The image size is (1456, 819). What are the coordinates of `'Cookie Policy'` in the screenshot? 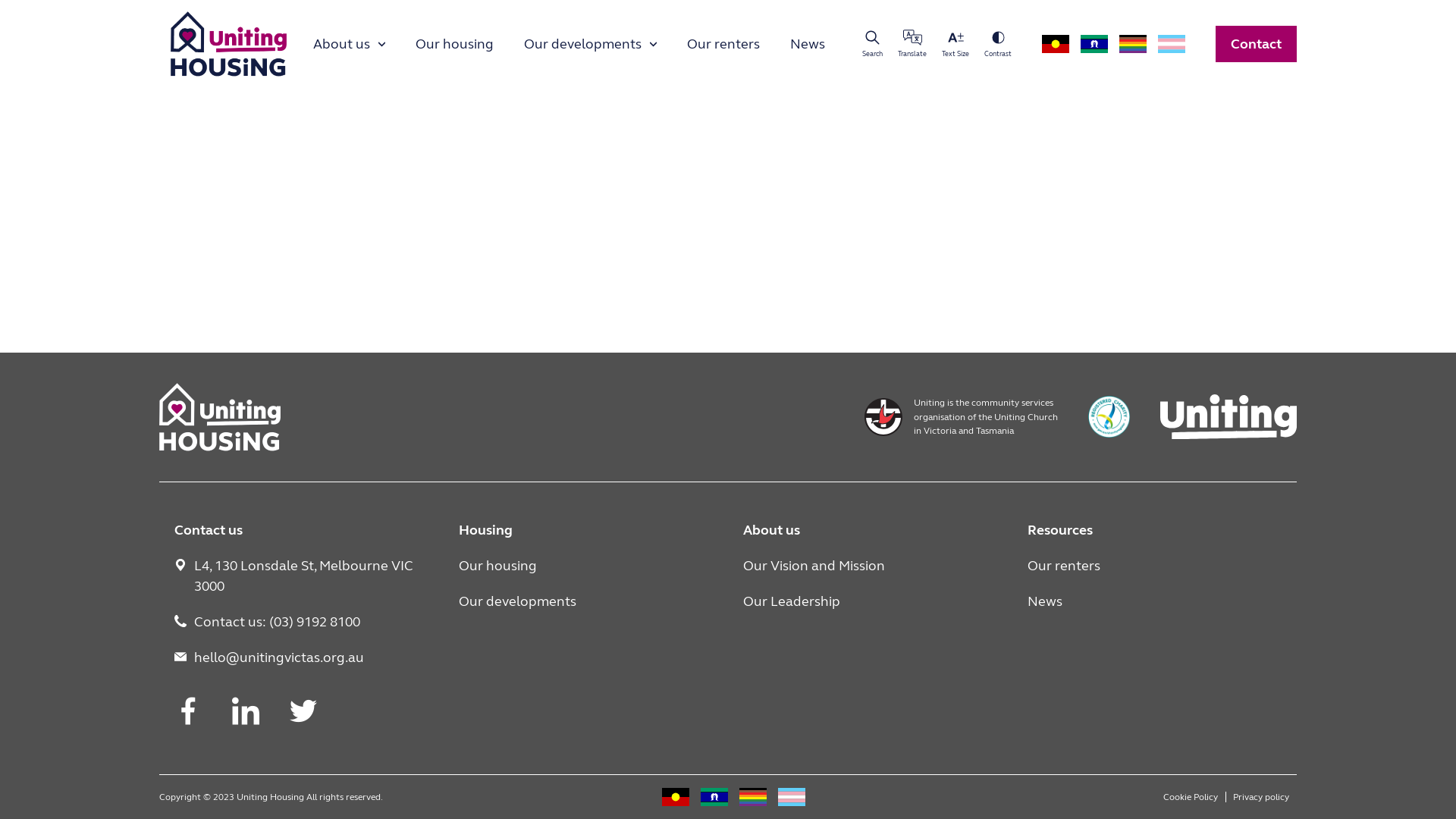 It's located at (1189, 795).